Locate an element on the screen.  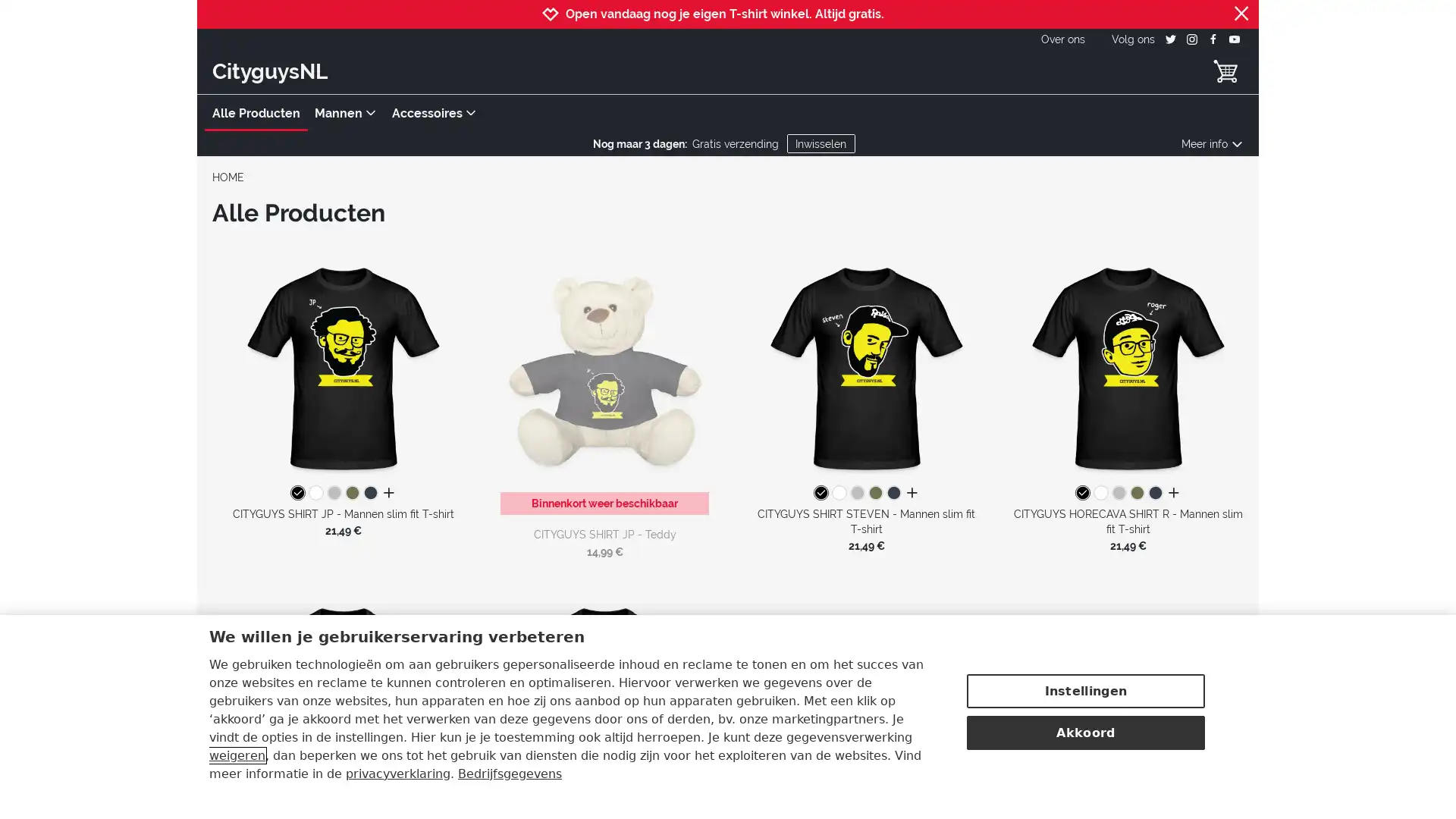
zwart is located at coordinates (297, 494).